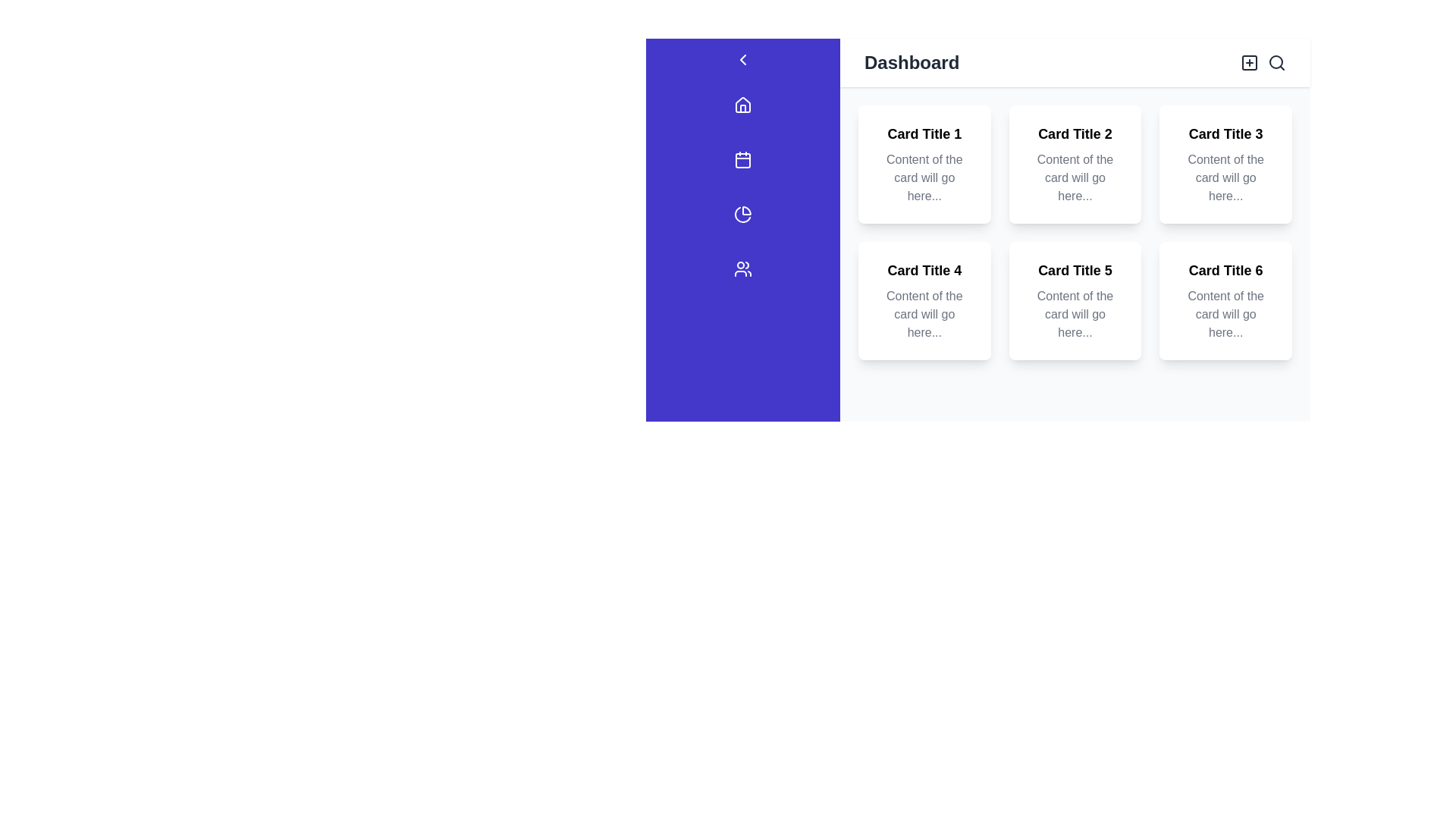 Image resolution: width=1456 pixels, height=819 pixels. I want to click on the collapse/expand button located at the top section of the vertical navigation menu on the left side, which toggles the menu's visibility and may reveal a tooltip or highlight, so click(742, 58).